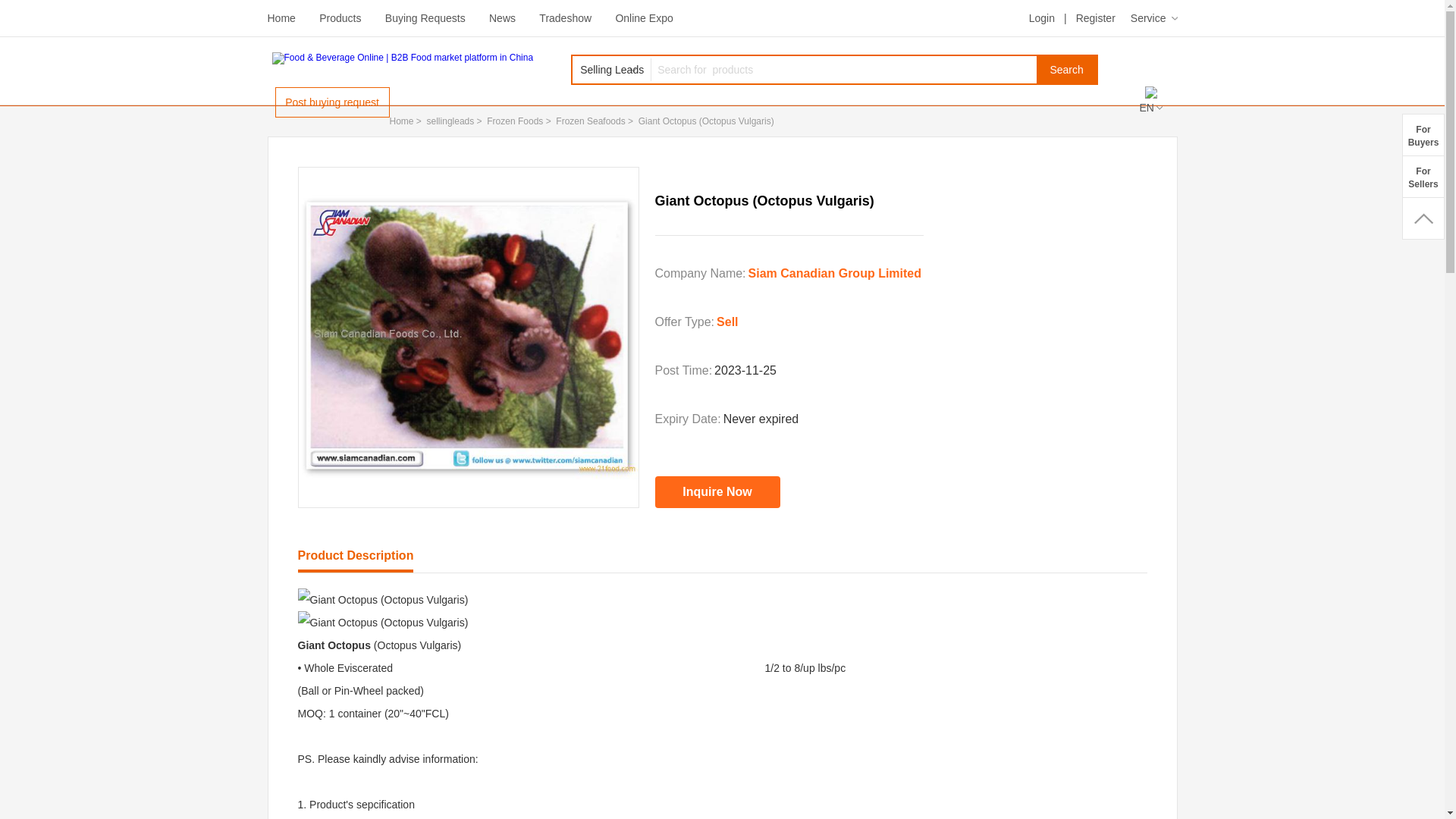 Image resolution: width=1456 pixels, height=819 pixels. Describe the element at coordinates (717, 491) in the screenshot. I see `'Inquire Now'` at that location.